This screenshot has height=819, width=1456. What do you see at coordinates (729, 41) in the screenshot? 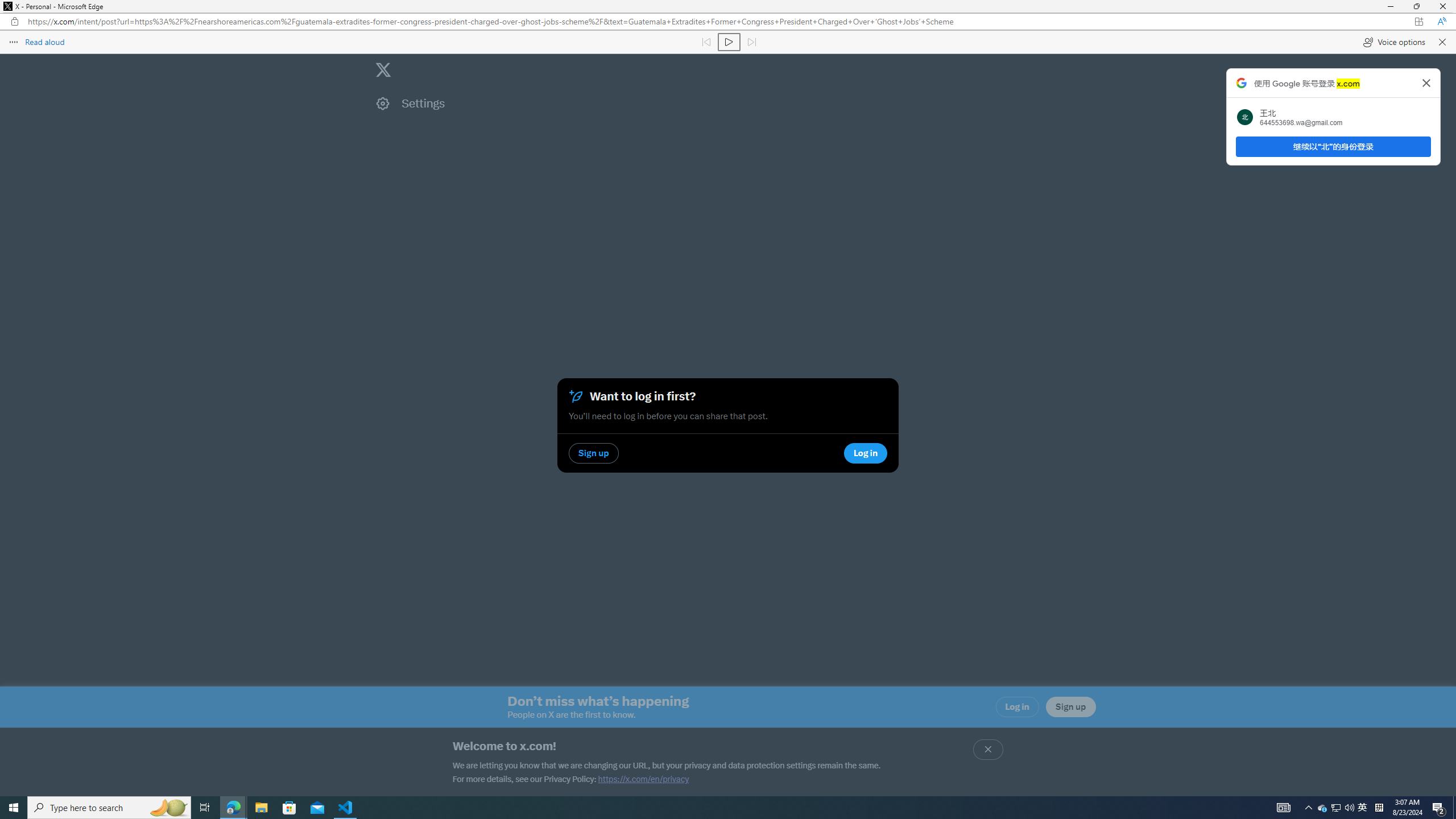
I see `'Continue to read aloud (Ctrl+Shift+U)'` at bounding box center [729, 41].